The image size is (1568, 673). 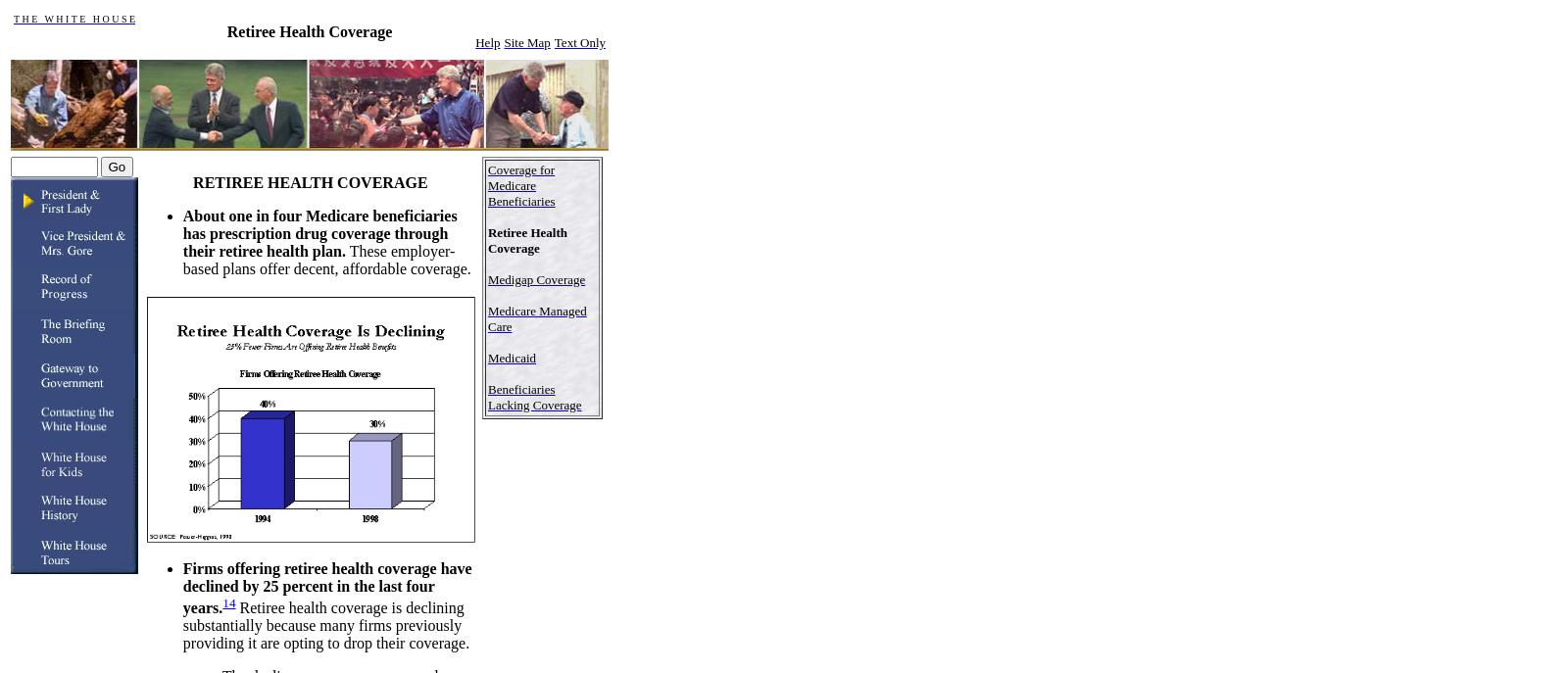 I want to click on 'These employer-based plans offer decent, affordable coverage.', so click(x=325, y=260).